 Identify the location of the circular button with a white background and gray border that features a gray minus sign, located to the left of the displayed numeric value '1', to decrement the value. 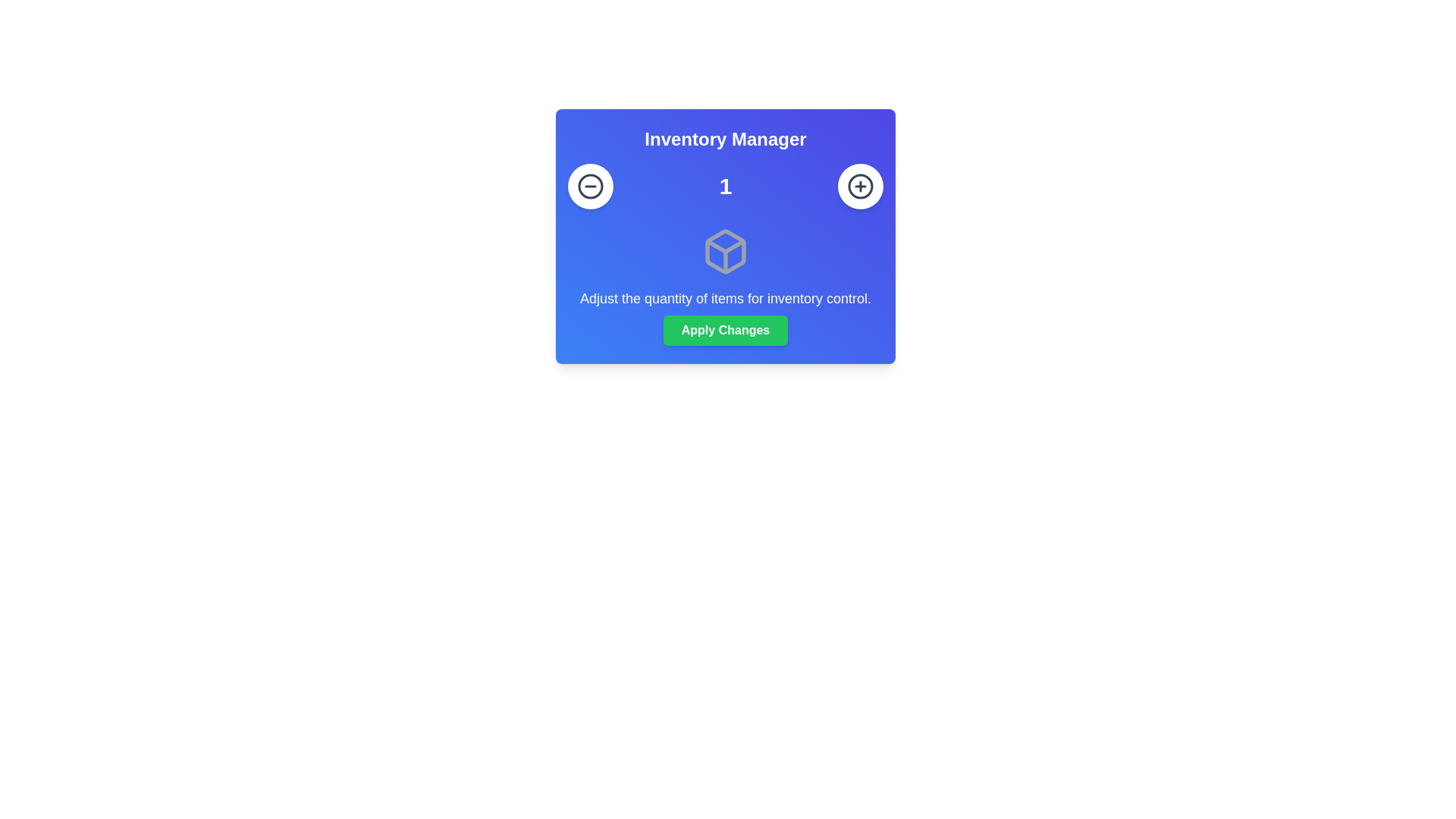
(589, 186).